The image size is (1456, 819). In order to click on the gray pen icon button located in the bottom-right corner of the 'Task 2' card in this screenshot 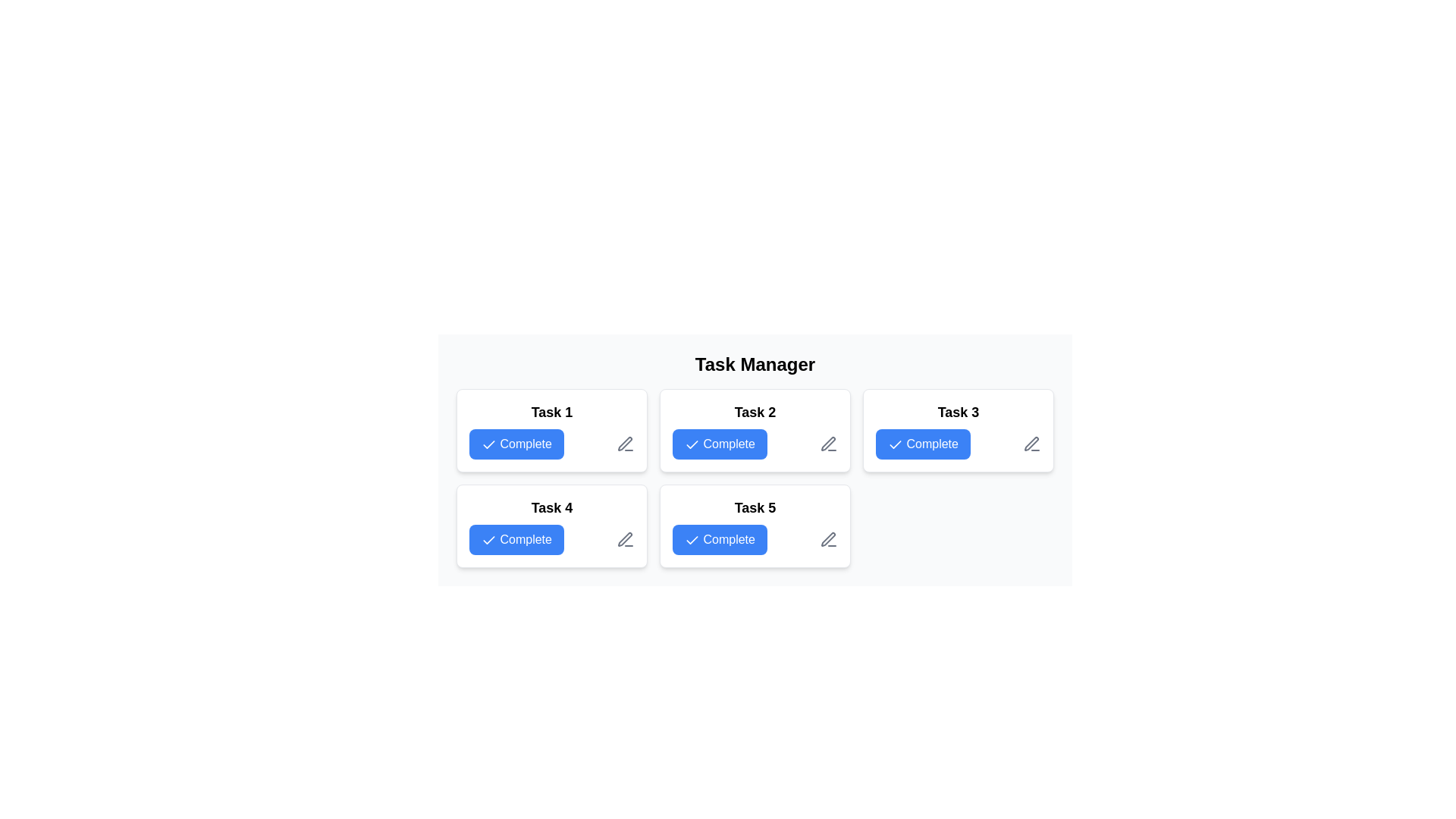, I will do `click(828, 444)`.